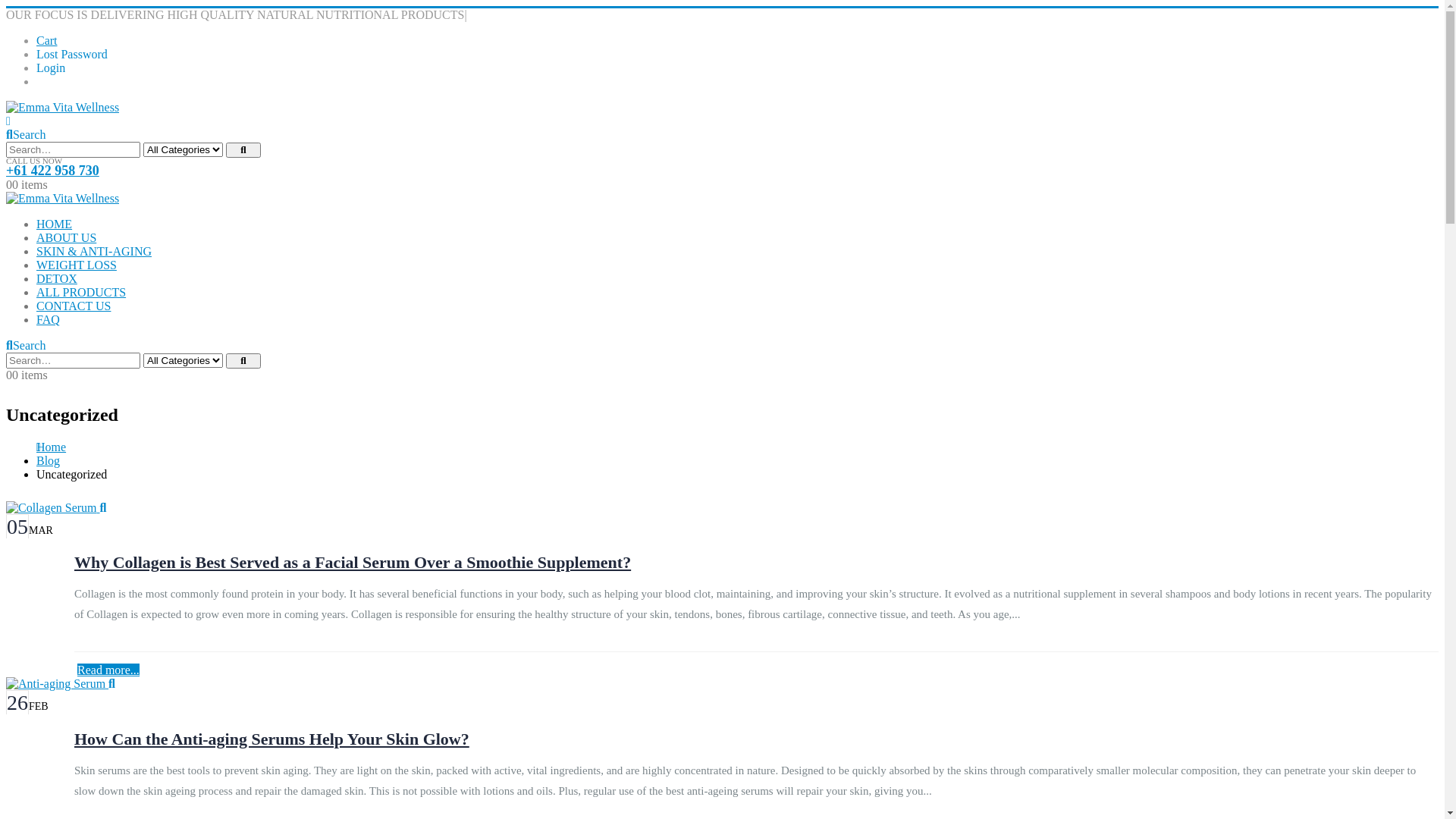 This screenshot has height=819, width=1456. What do you see at coordinates (73, 738) in the screenshot?
I see `'How Can the Anti-aging Serums Help Your Skin Glow?'` at bounding box center [73, 738].